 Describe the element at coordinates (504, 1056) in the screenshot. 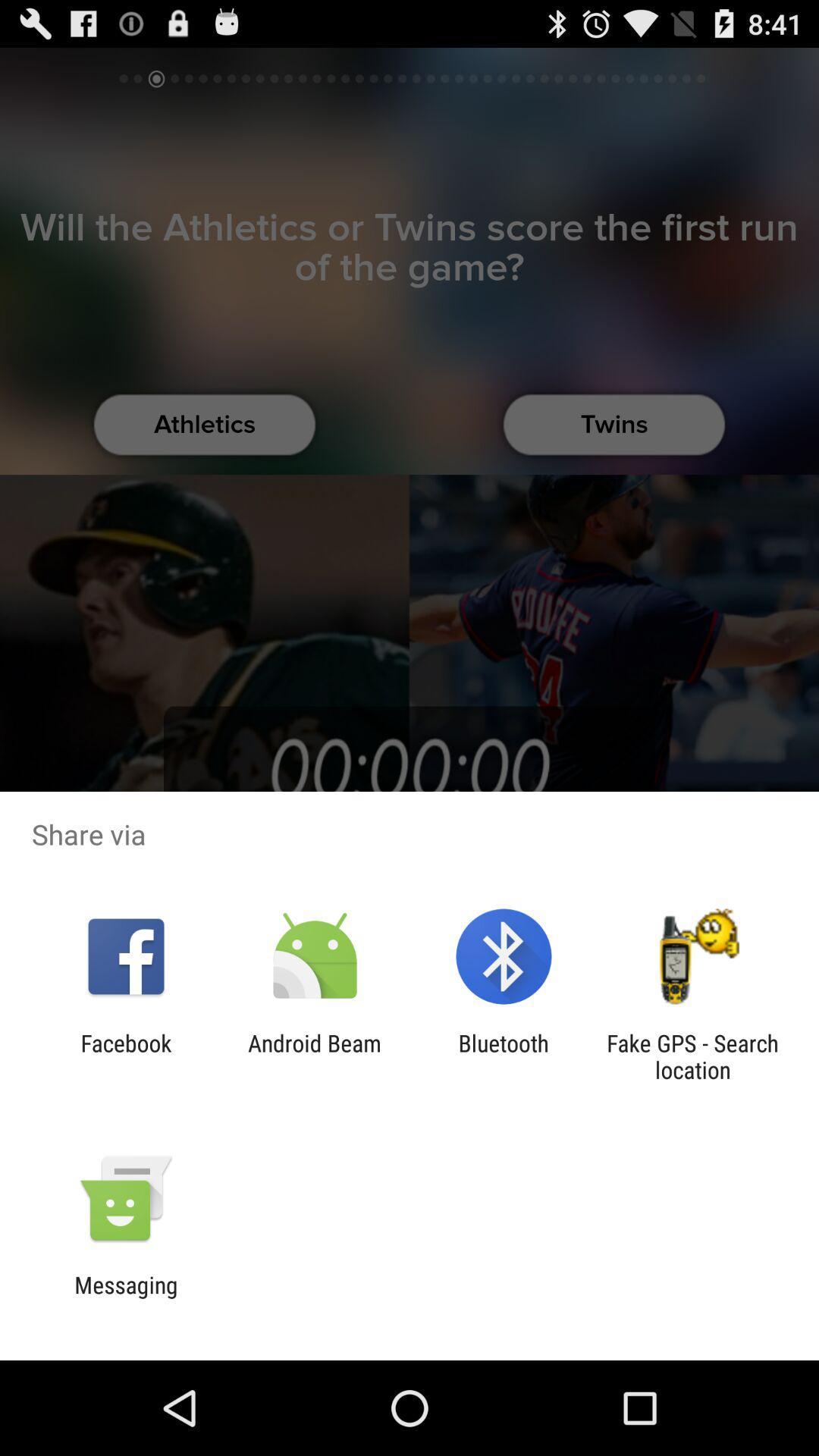

I see `the bluetooth icon` at that location.